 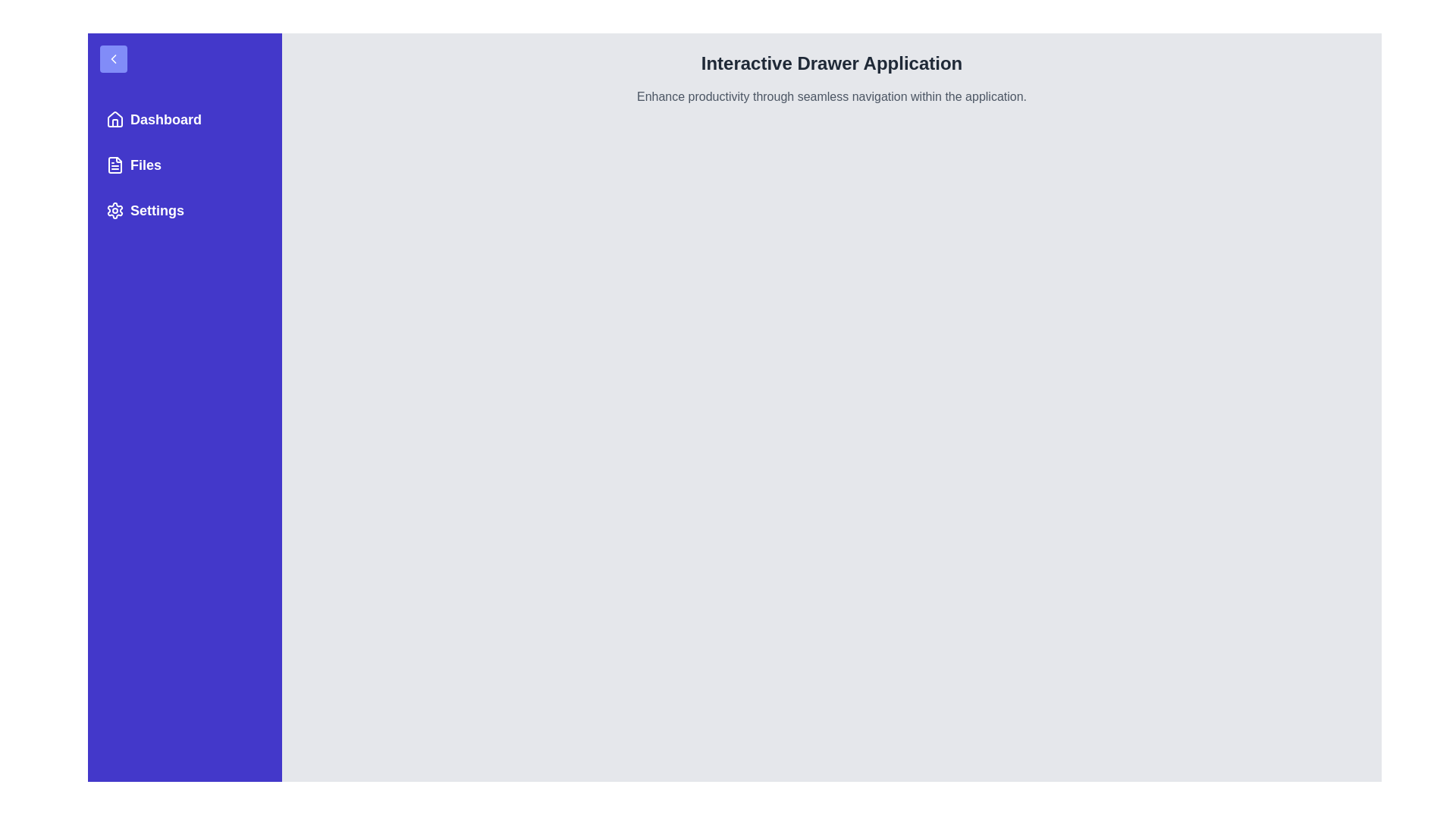 I want to click on the toggle button to change the drawer's state, so click(x=112, y=58).